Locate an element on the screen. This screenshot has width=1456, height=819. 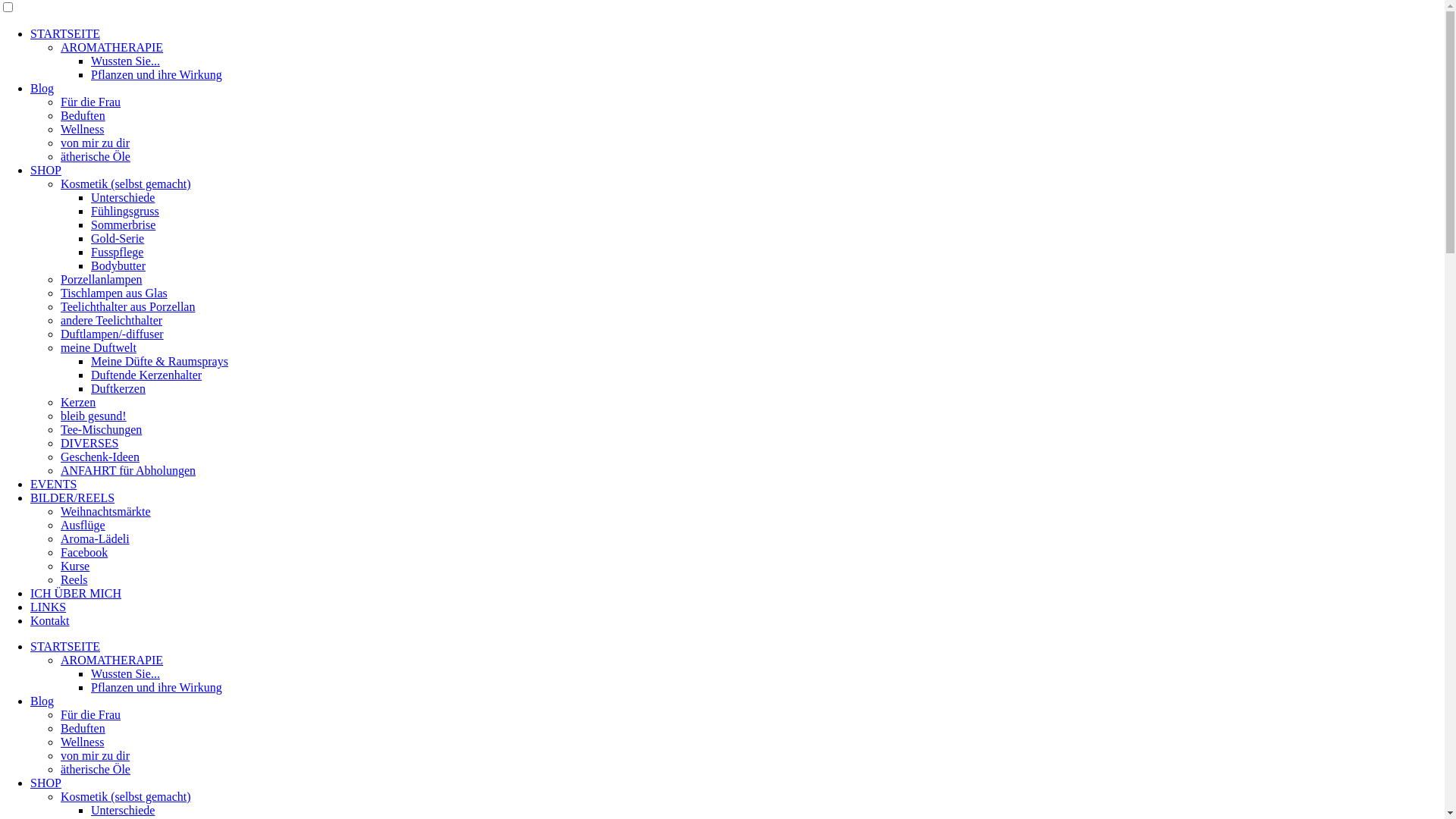
'Teelichthalter aus Porzellan' is located at coordinates (127, 306).